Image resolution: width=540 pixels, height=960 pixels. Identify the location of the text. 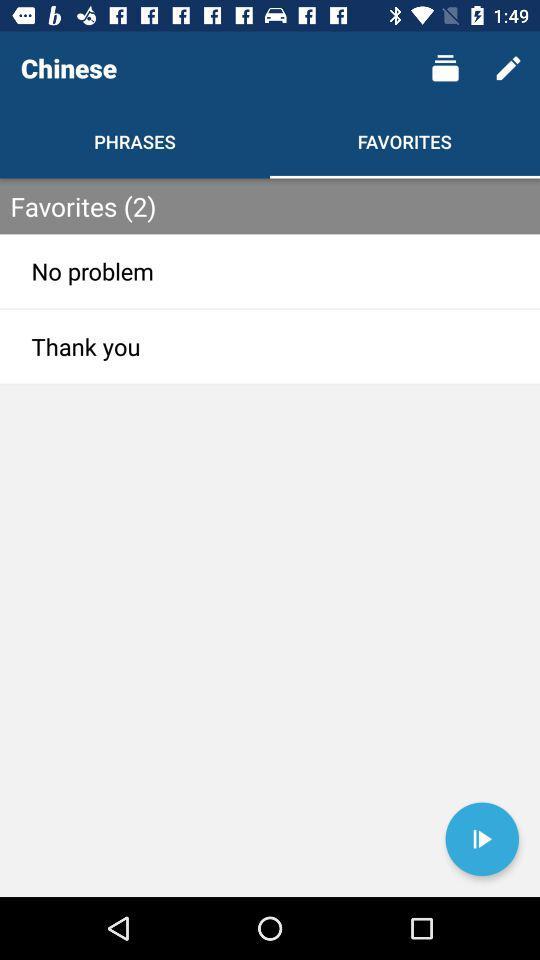
(481, 839).